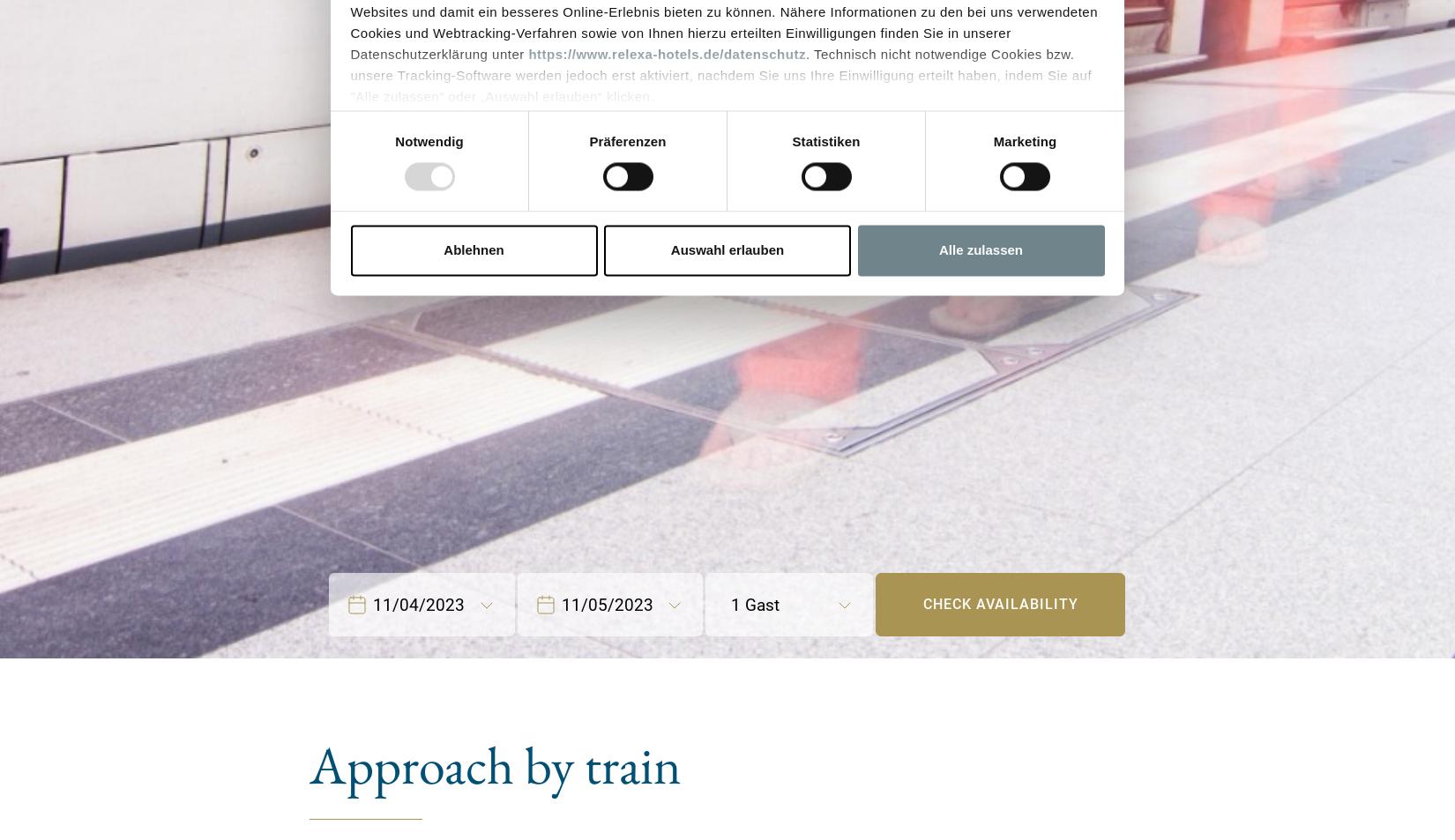 The width and height of the screenshot is (1455, 840). Describe the element at coordinates (428, 140) in the screenshot. I see `'Notwendig'` at that location.